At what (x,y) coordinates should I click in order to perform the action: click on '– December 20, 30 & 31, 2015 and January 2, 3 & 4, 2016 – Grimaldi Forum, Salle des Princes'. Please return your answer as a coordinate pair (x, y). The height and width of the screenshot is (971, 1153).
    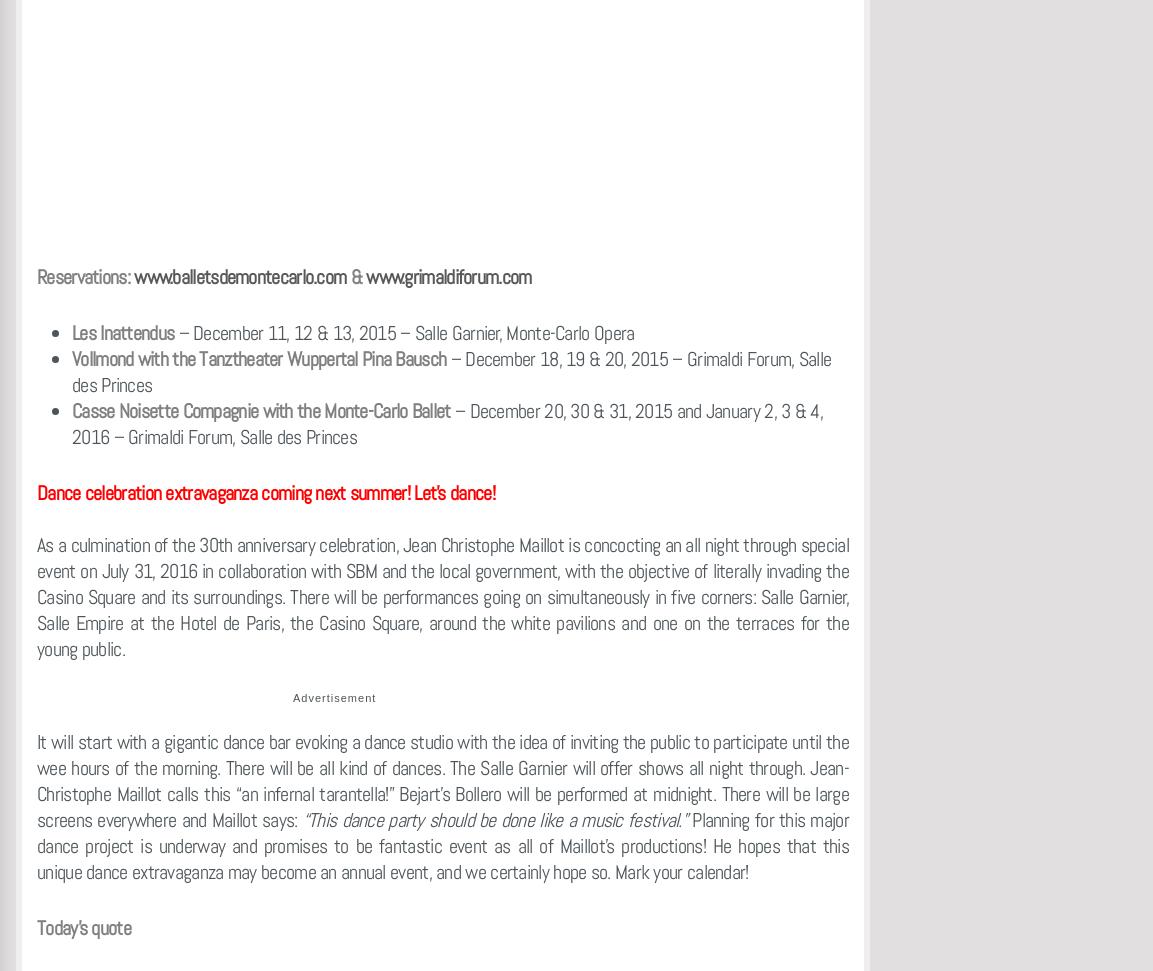
    Looking at the image, I should click on (447, 421).